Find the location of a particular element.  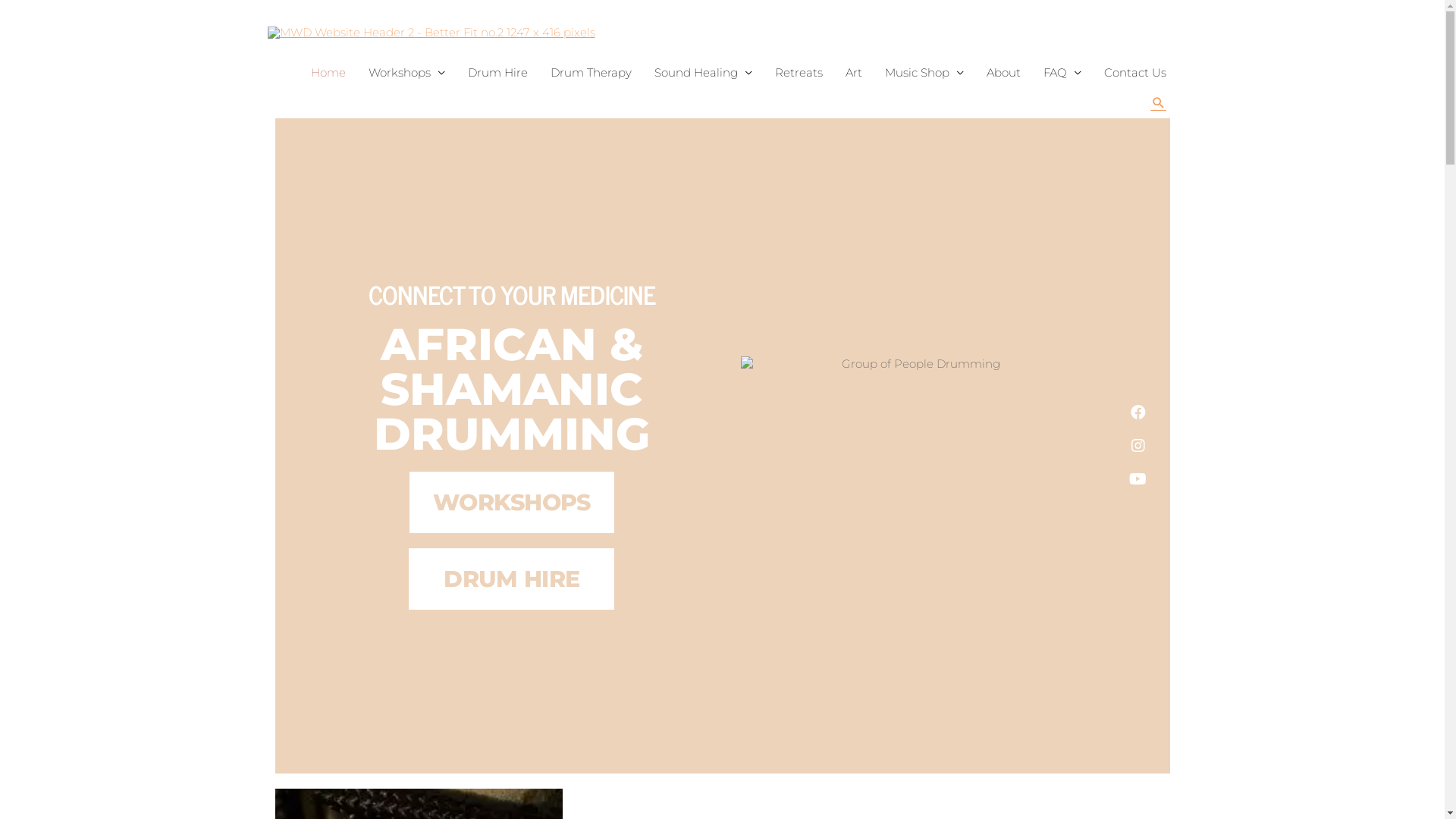

'Home' is located at coordinates (327, 73).